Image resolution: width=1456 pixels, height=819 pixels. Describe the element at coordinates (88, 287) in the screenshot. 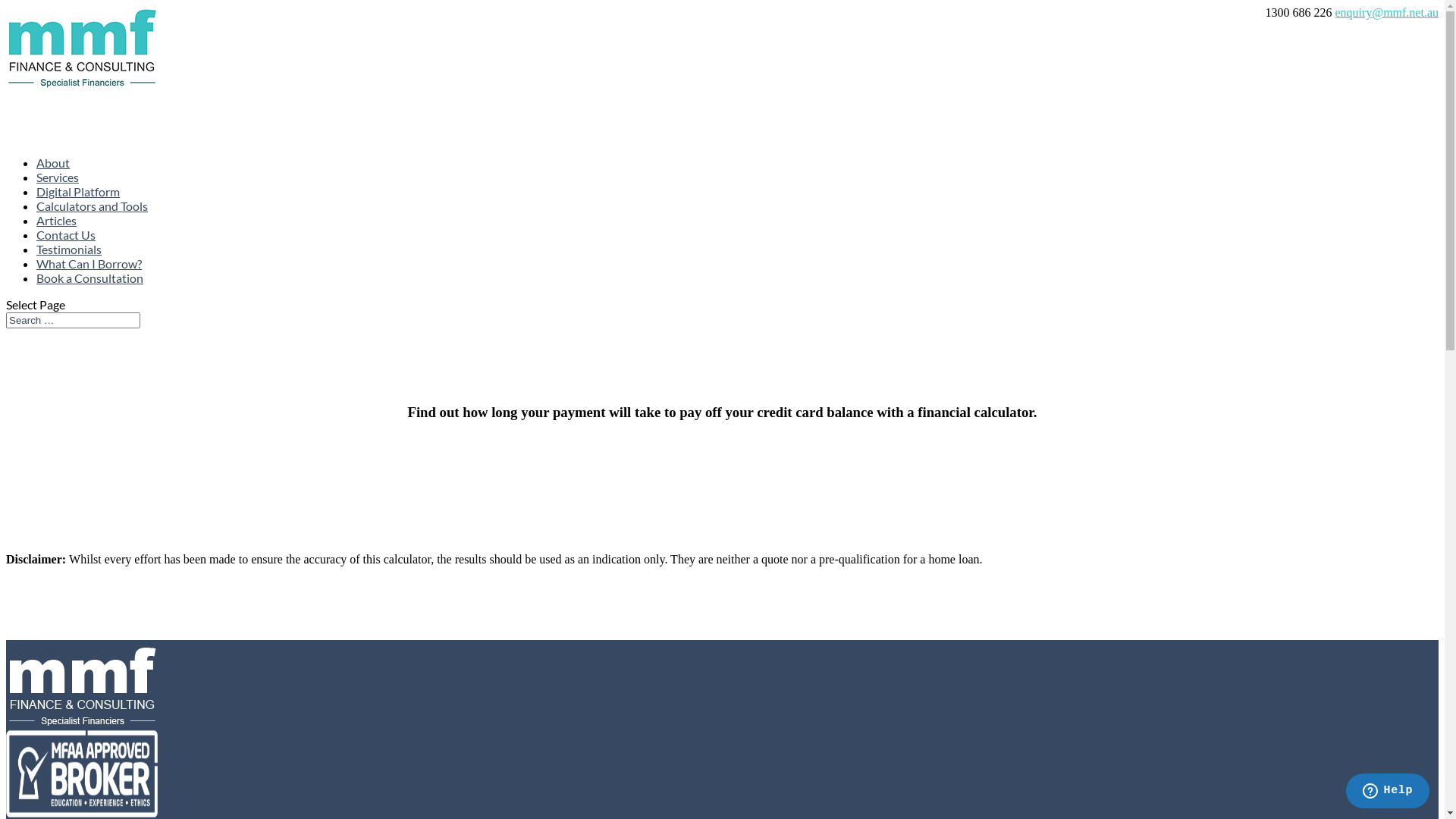

I see `'What Can I Borrow?'` at that location.